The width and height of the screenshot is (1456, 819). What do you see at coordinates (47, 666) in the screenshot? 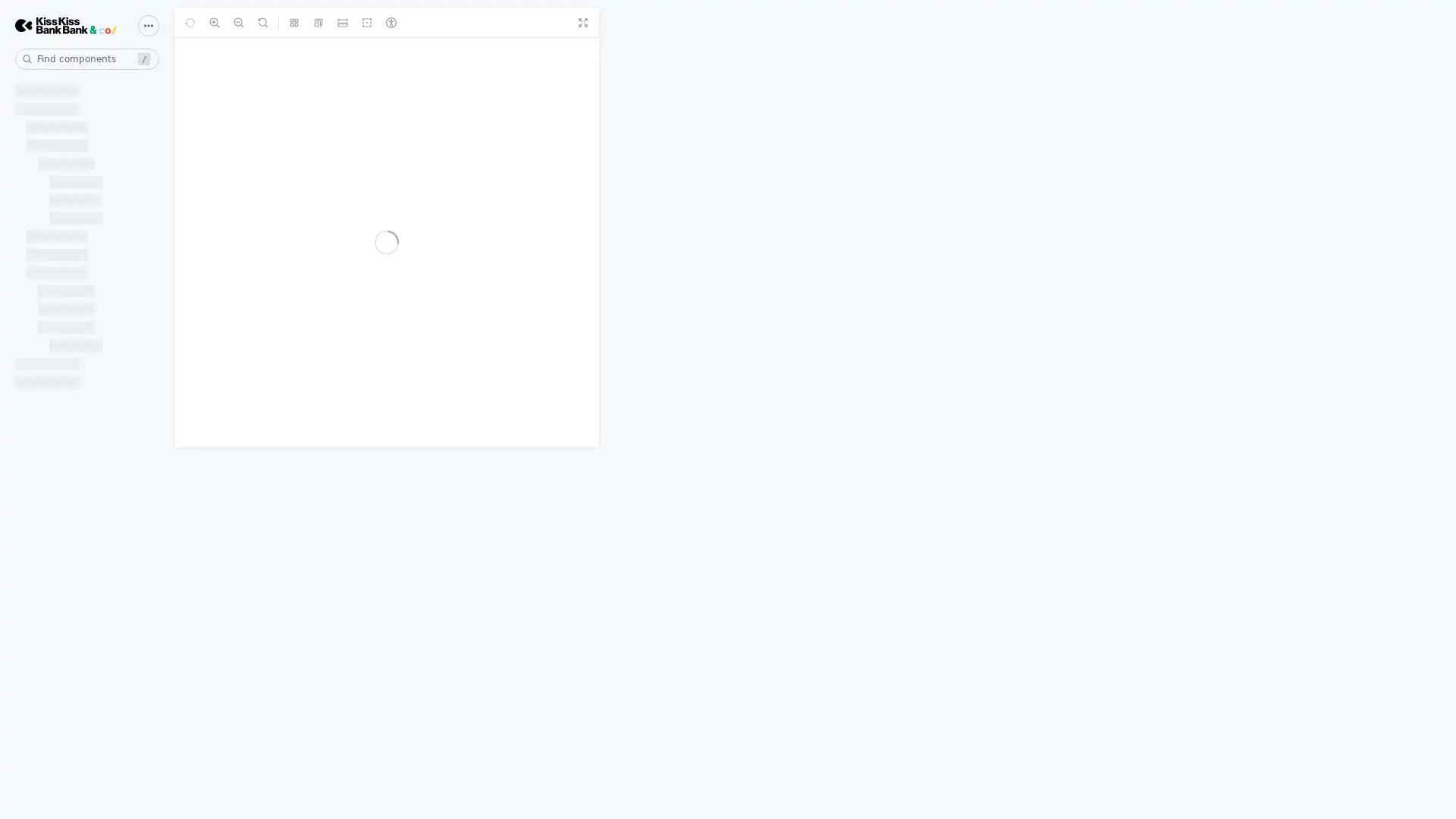
I see `GRAPHICS` at bounding box center [47, 666].